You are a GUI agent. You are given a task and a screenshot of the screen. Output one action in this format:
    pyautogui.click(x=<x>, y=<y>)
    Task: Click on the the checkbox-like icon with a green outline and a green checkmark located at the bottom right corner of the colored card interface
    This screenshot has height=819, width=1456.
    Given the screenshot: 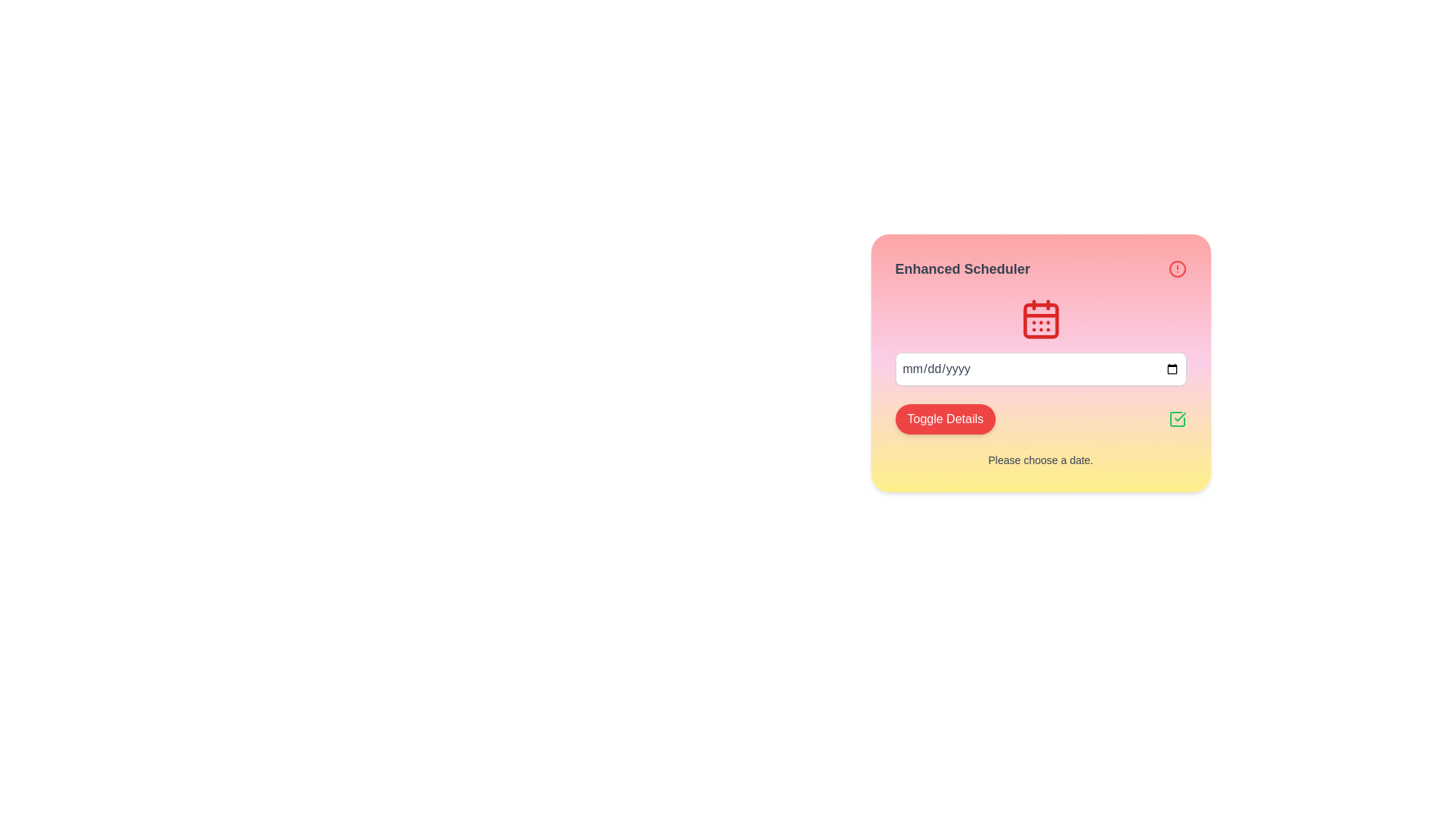 What is the action you would take?
    pyautogui.click(x=1176, y=419)
    